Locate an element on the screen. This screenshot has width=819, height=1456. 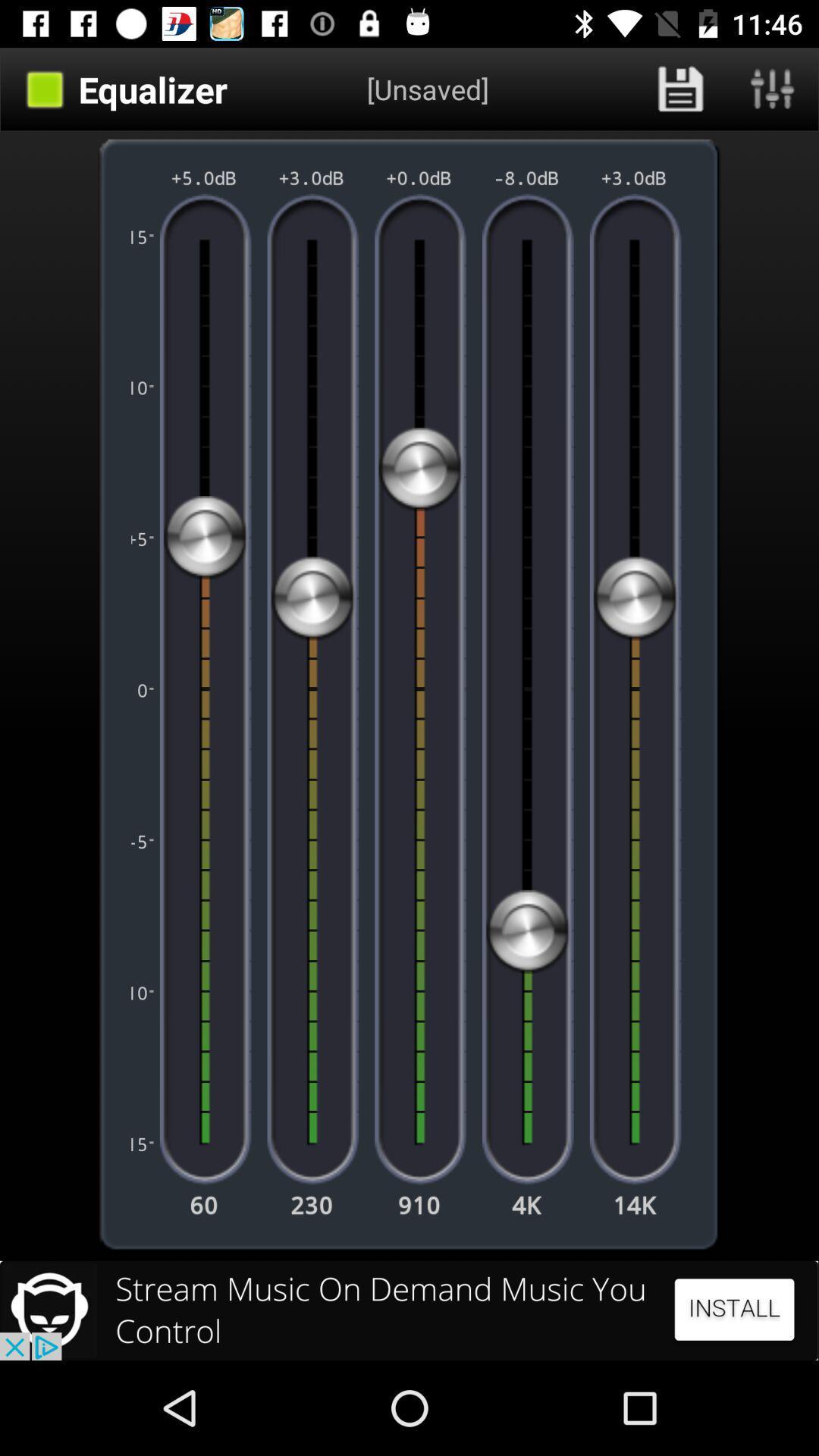
open equalizer presets is located at coordinates (773, 89).